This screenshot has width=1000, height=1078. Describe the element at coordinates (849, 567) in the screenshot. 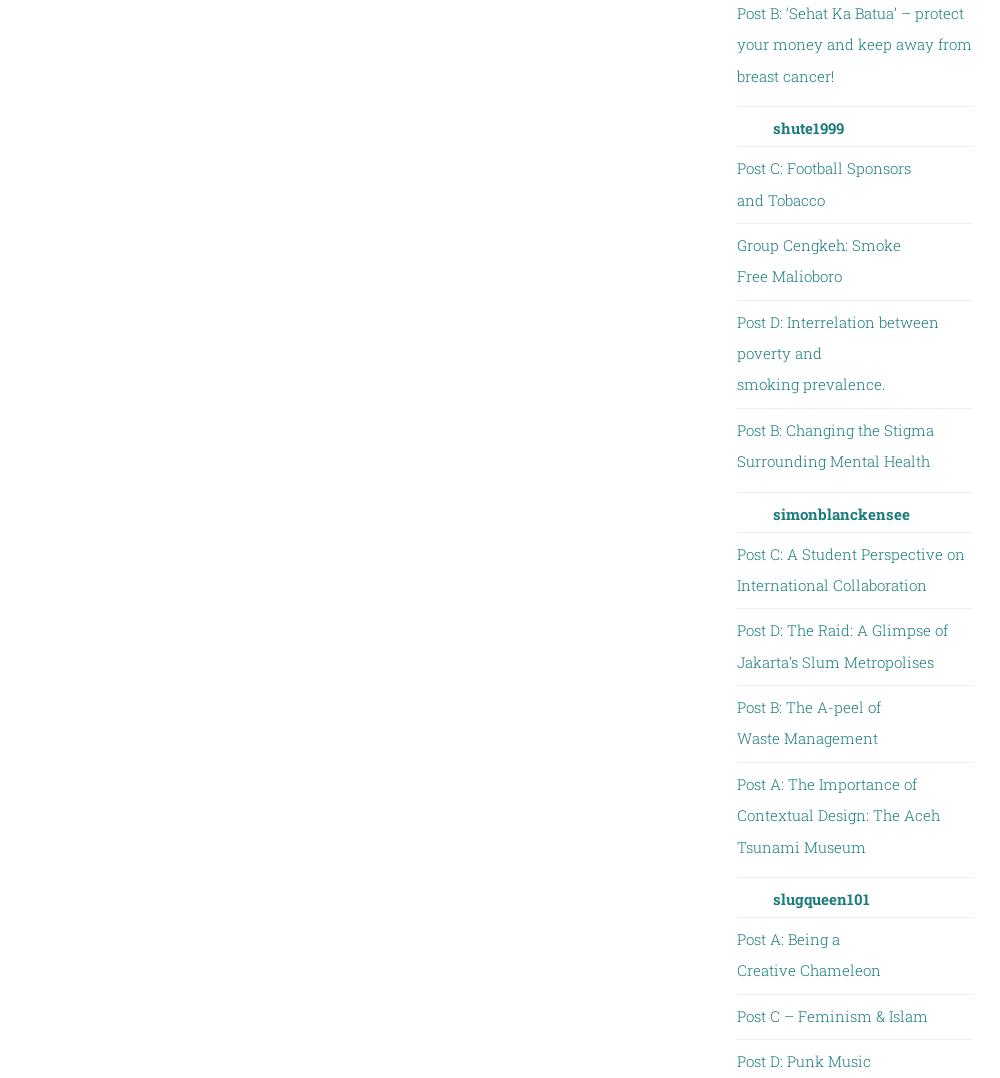

I see `'Post C: A Student Perspective on International Collaboration'` at that location.